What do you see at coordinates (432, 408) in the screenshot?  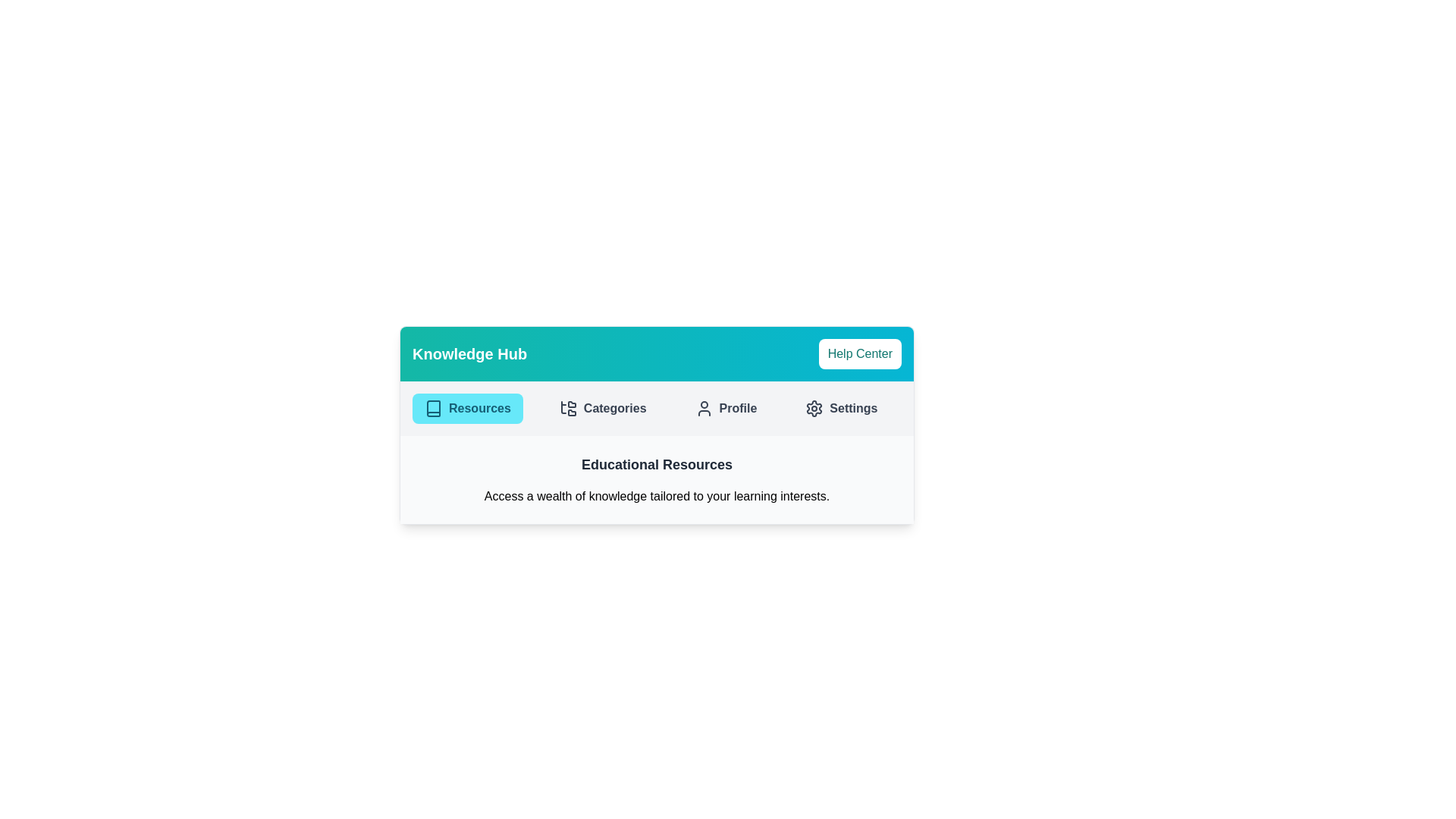 I see `the dark blue book icon located to the left of the 'Resources' text within the 'Resources' button` at bounding box center [432, 408].